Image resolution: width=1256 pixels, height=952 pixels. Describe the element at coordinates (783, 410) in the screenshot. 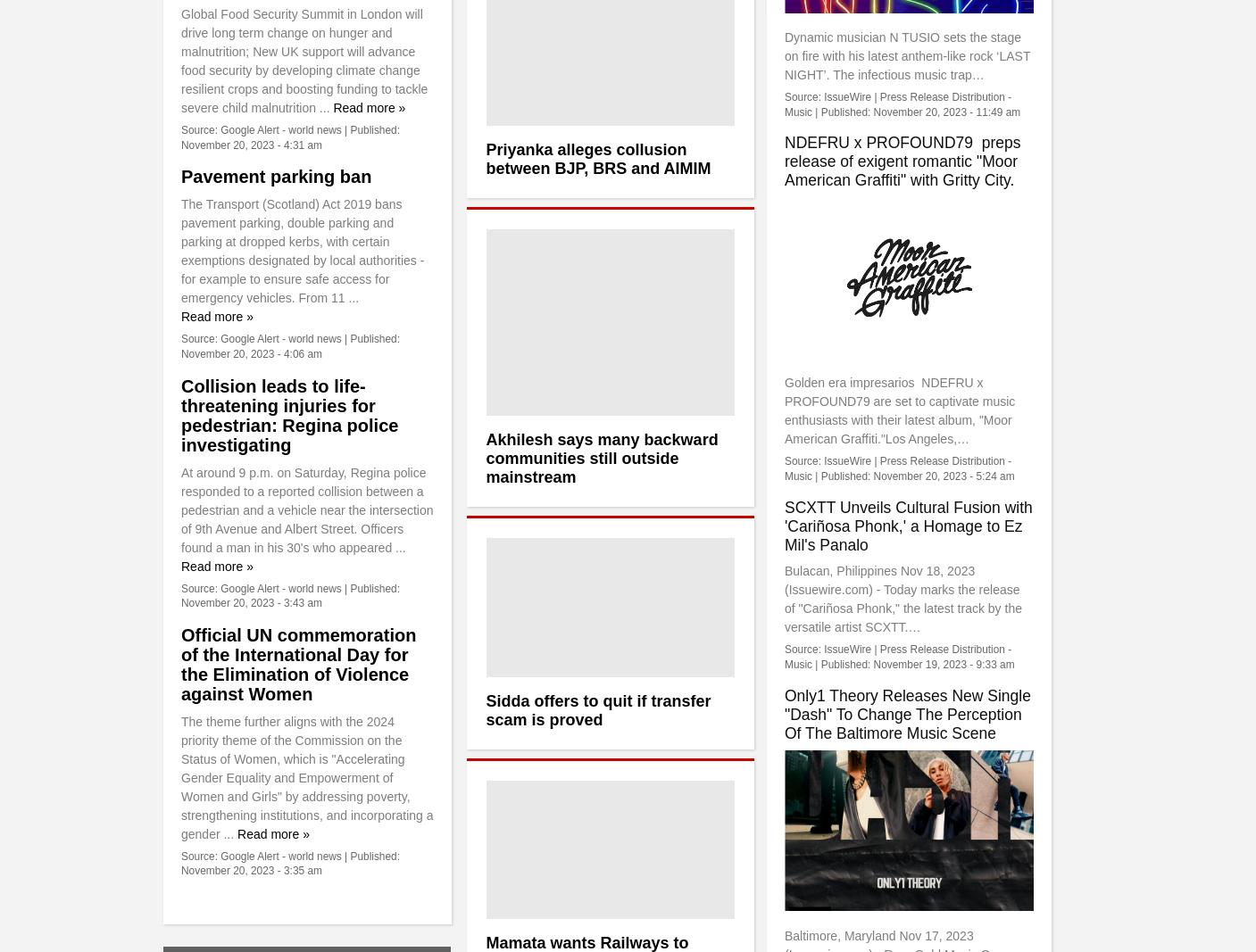

I see `'Golden era impresarios  NDEFRU x PROFOUND79 are set to captivate music enthusiasts with their latest album, "Moor American Graffiti."Los Angeles,…'` at that location.